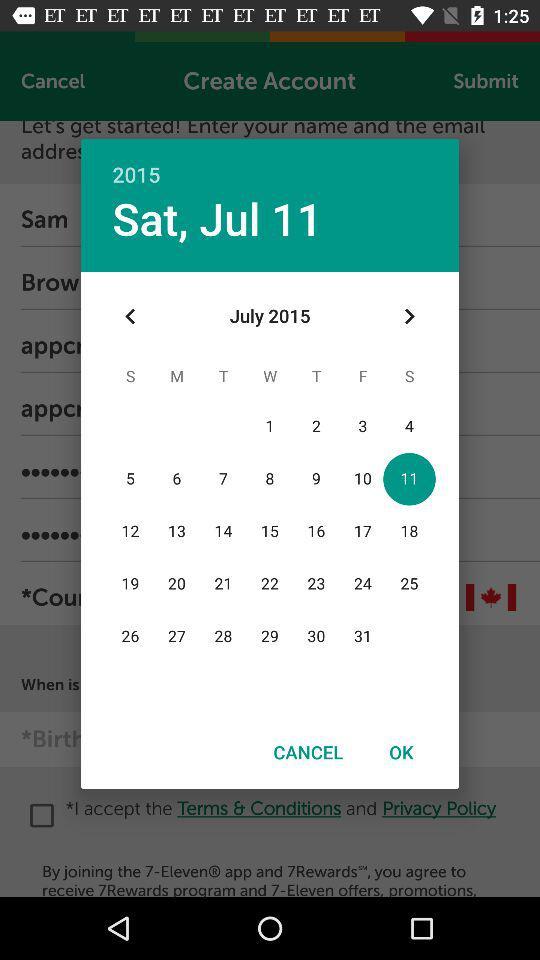 The image size is (540, 960). I want to click on 2015 icon, so click(270, 162).